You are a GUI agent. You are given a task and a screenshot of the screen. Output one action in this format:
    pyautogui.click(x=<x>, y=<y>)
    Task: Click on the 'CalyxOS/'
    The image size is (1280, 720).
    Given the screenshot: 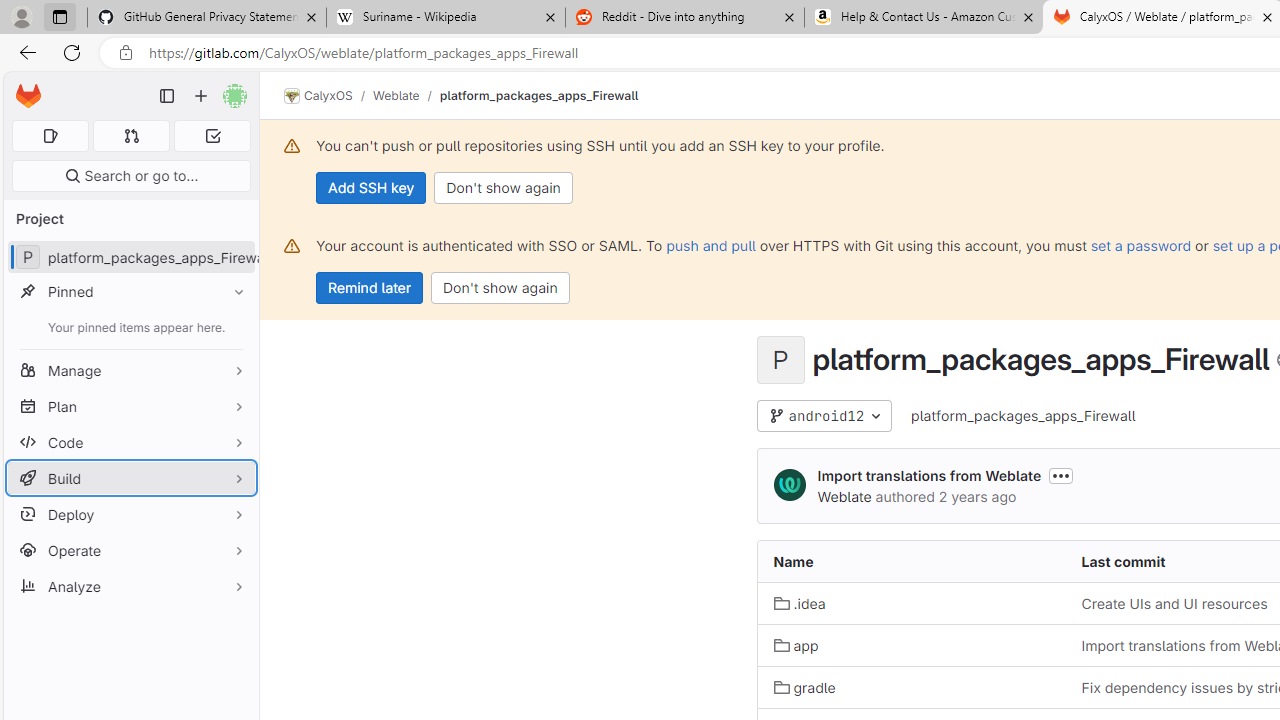 What is the action you would take?
    pyautogui.click(x=328, y=96)
    